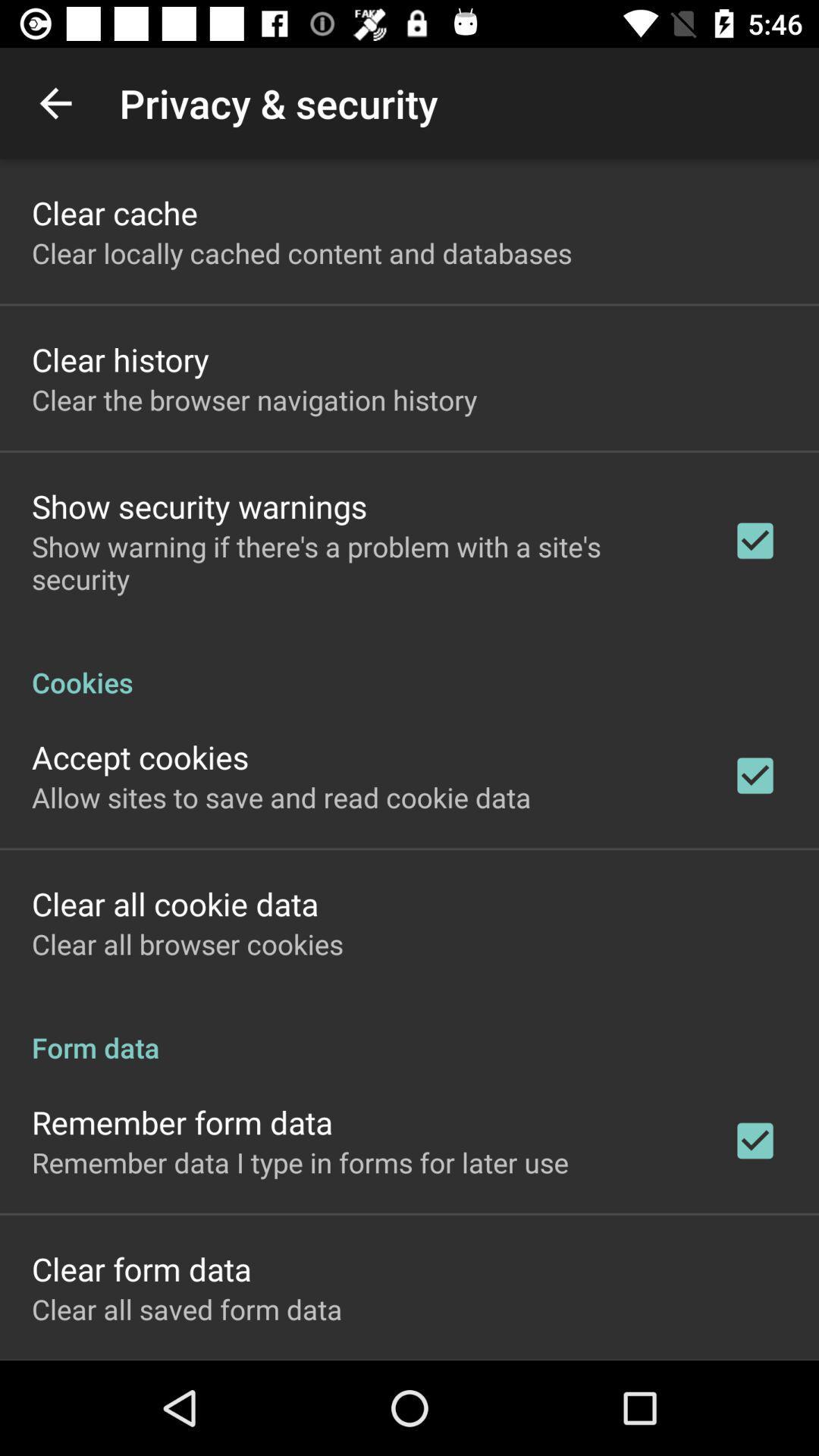 This screenshot has width=819, height=1456. Describe the element at coordinates (302, 253) in the screenshot. I see `clear locally cached icon` at that location.